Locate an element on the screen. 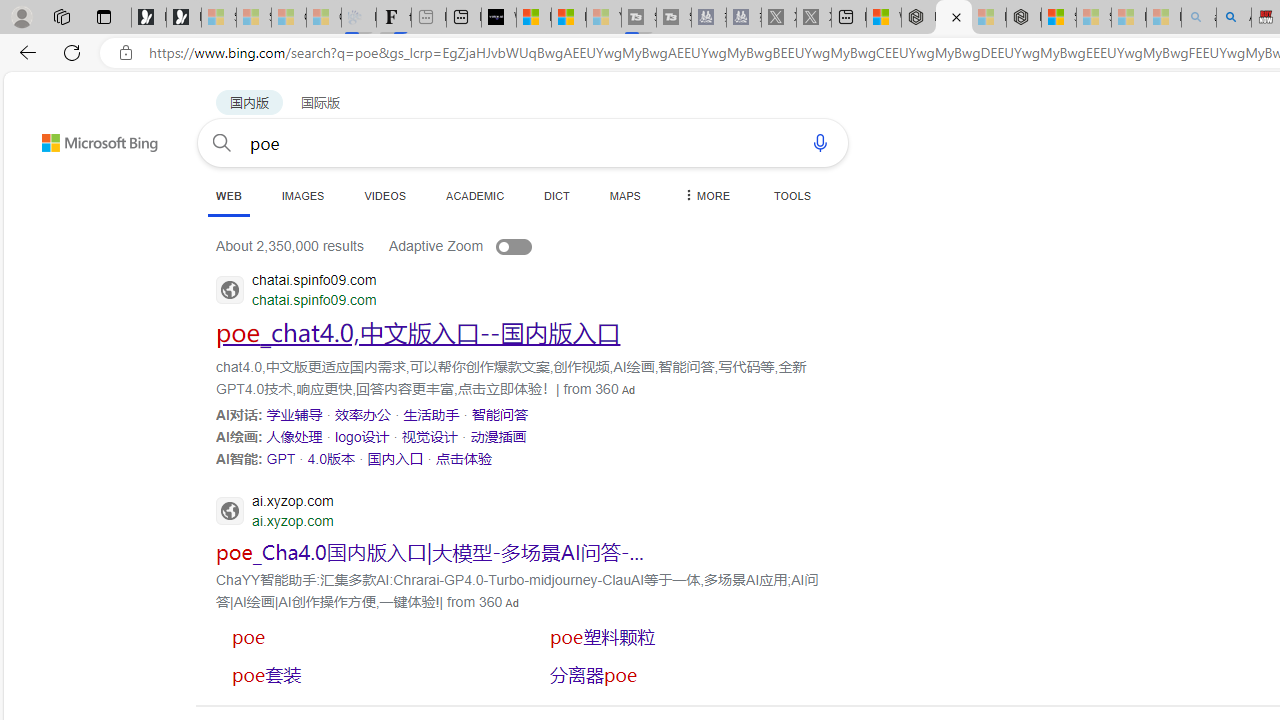 The image size is (1280, 720). 'Streaming Coverage | T3 - Sleeping' is located at coordinates (638, 17).